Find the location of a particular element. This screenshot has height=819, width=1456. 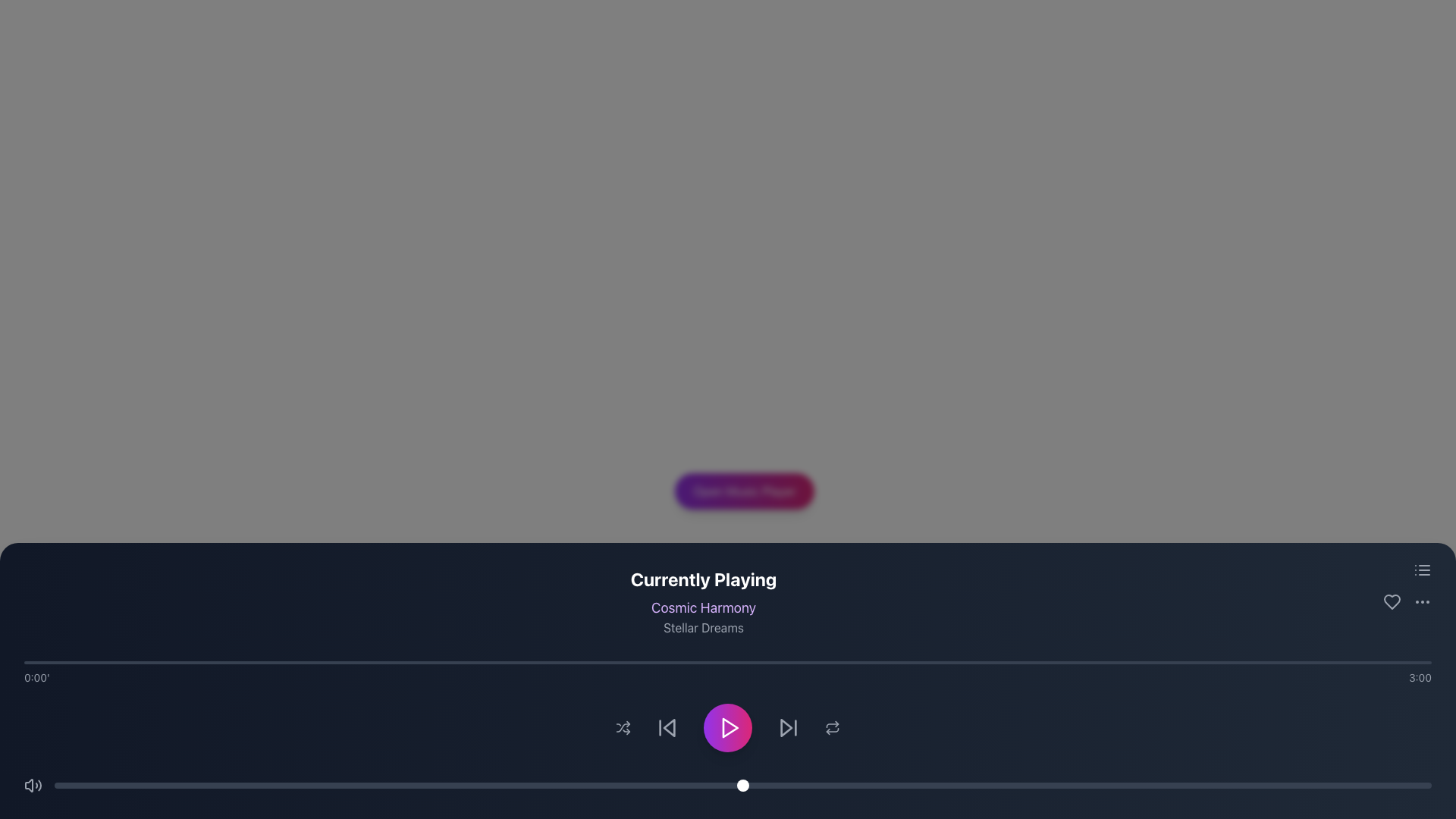

the subtitle text element that represents the name of a music track, positioned below 'Cosmic Harmony' and aligned with 'Currently Playing' is located at coordinates (702, 628).